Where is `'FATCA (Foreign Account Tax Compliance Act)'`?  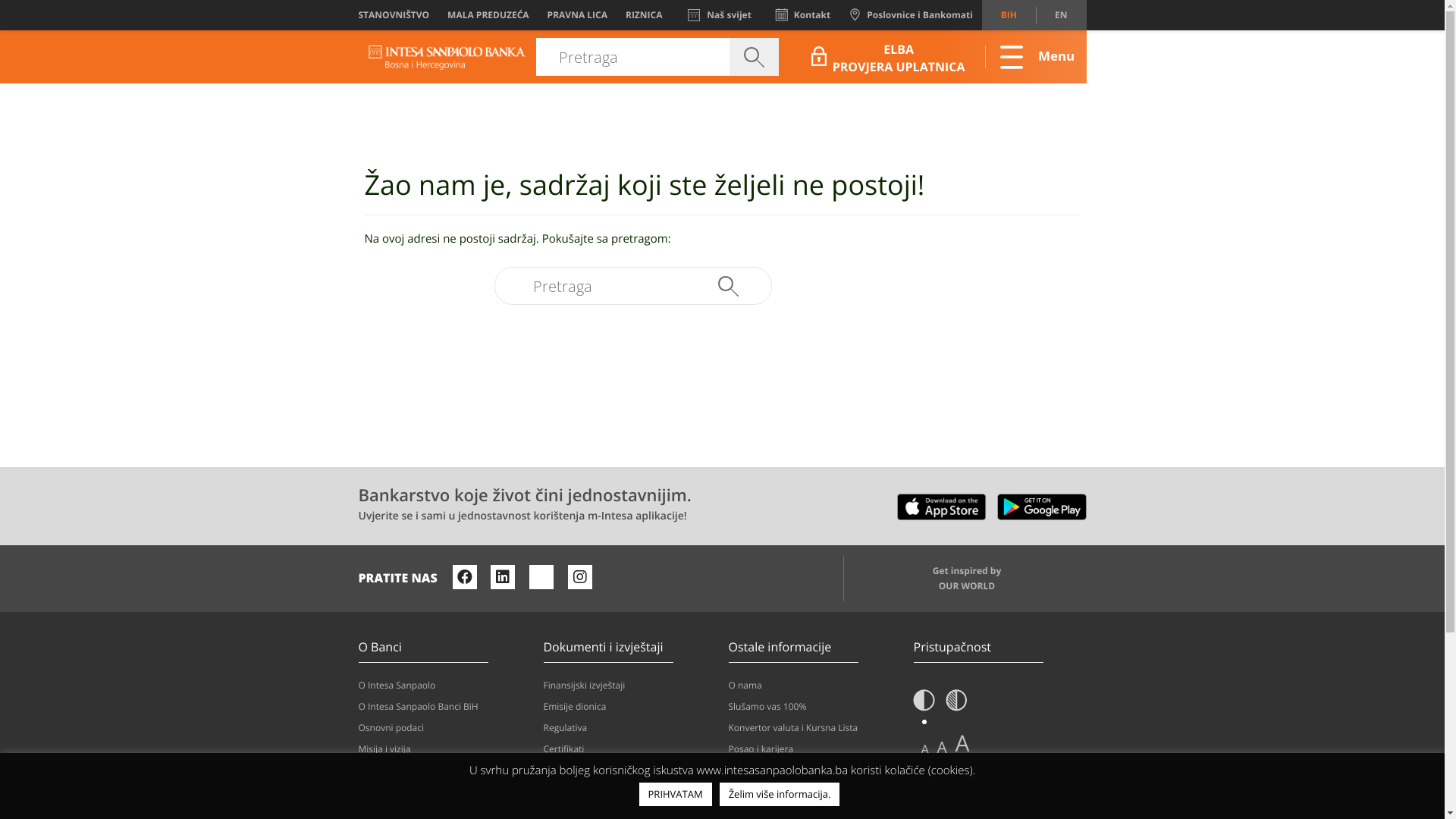
'FATCA (Foreign Account Tax Compliance Act)' is located at coordinates (629, 777).